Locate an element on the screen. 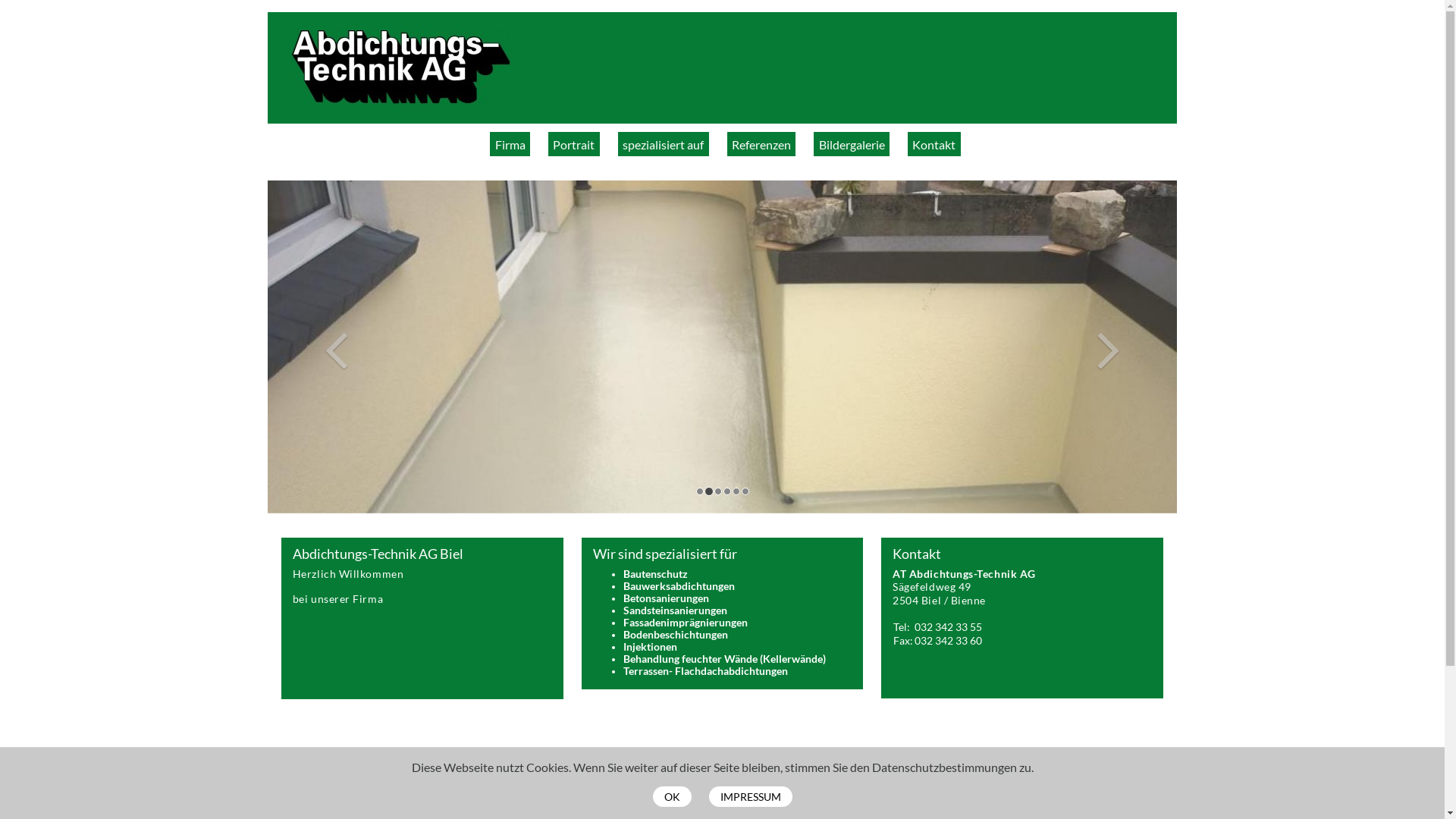 This screenshot has height=819, width=1456. 'Referenzen' is located at coordinates (761, 143).